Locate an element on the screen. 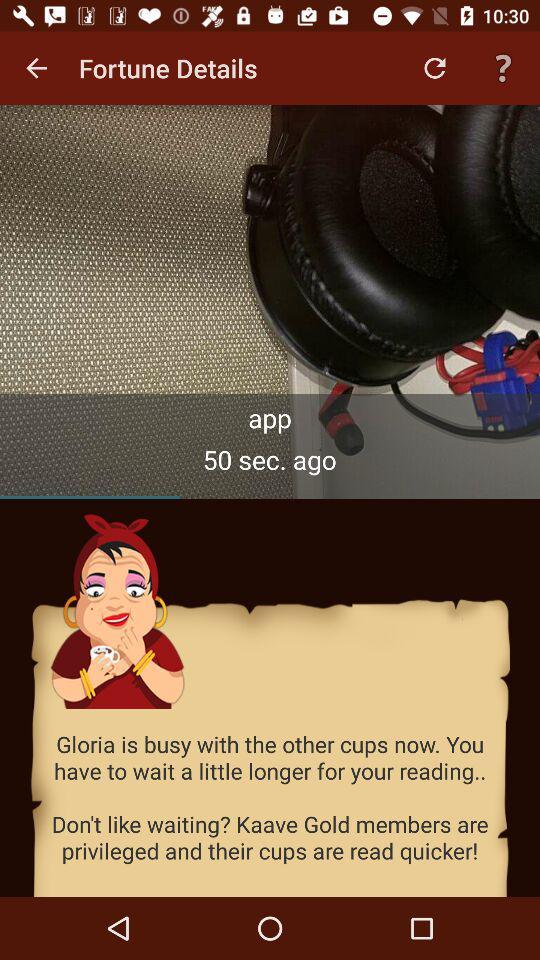 This screenshot has height=960, width=540. the item next to the fortune details icon is located at coordinates (434, 68).